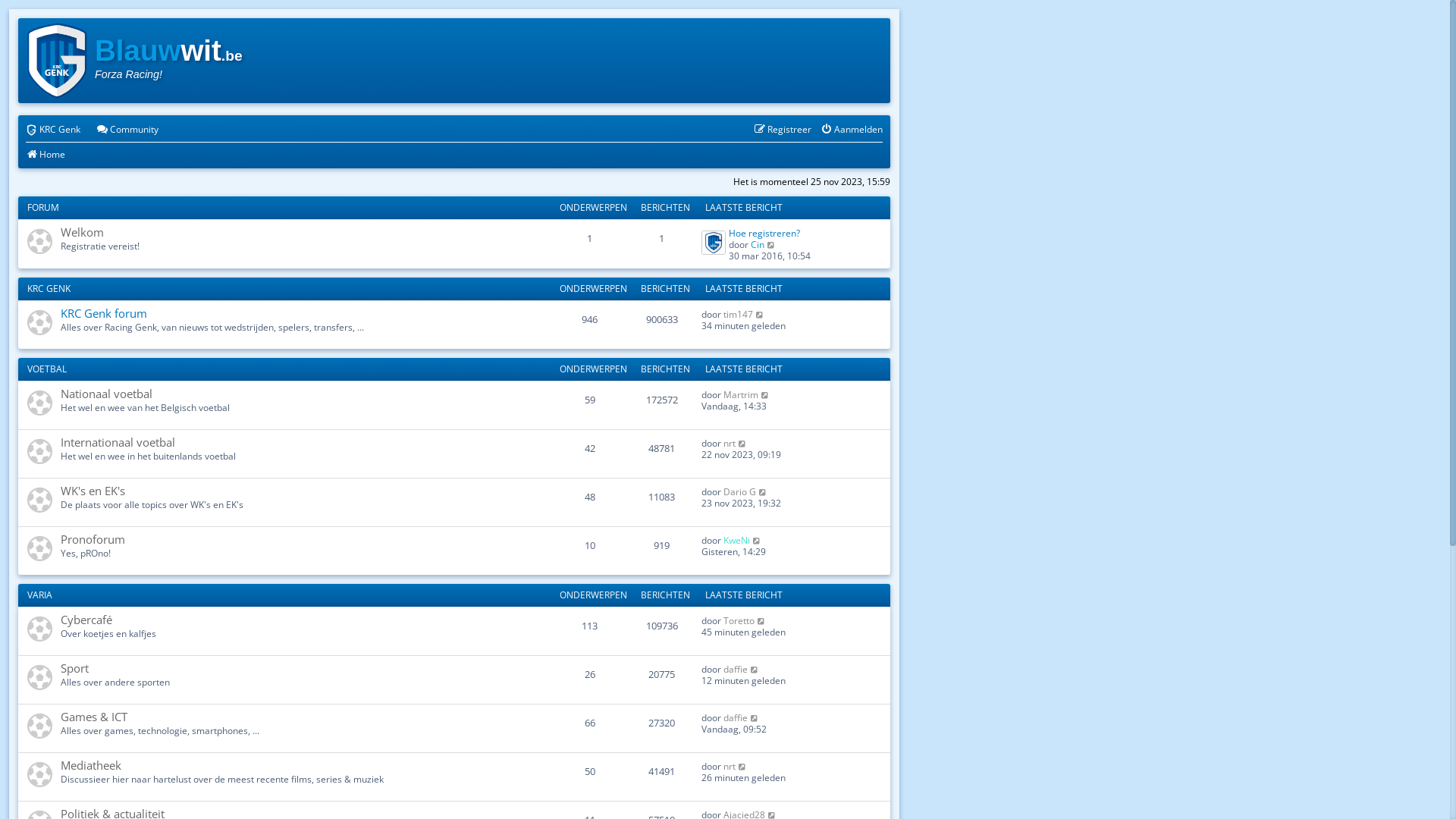  I want to click on 'Pronoforum', so click(92, 538).